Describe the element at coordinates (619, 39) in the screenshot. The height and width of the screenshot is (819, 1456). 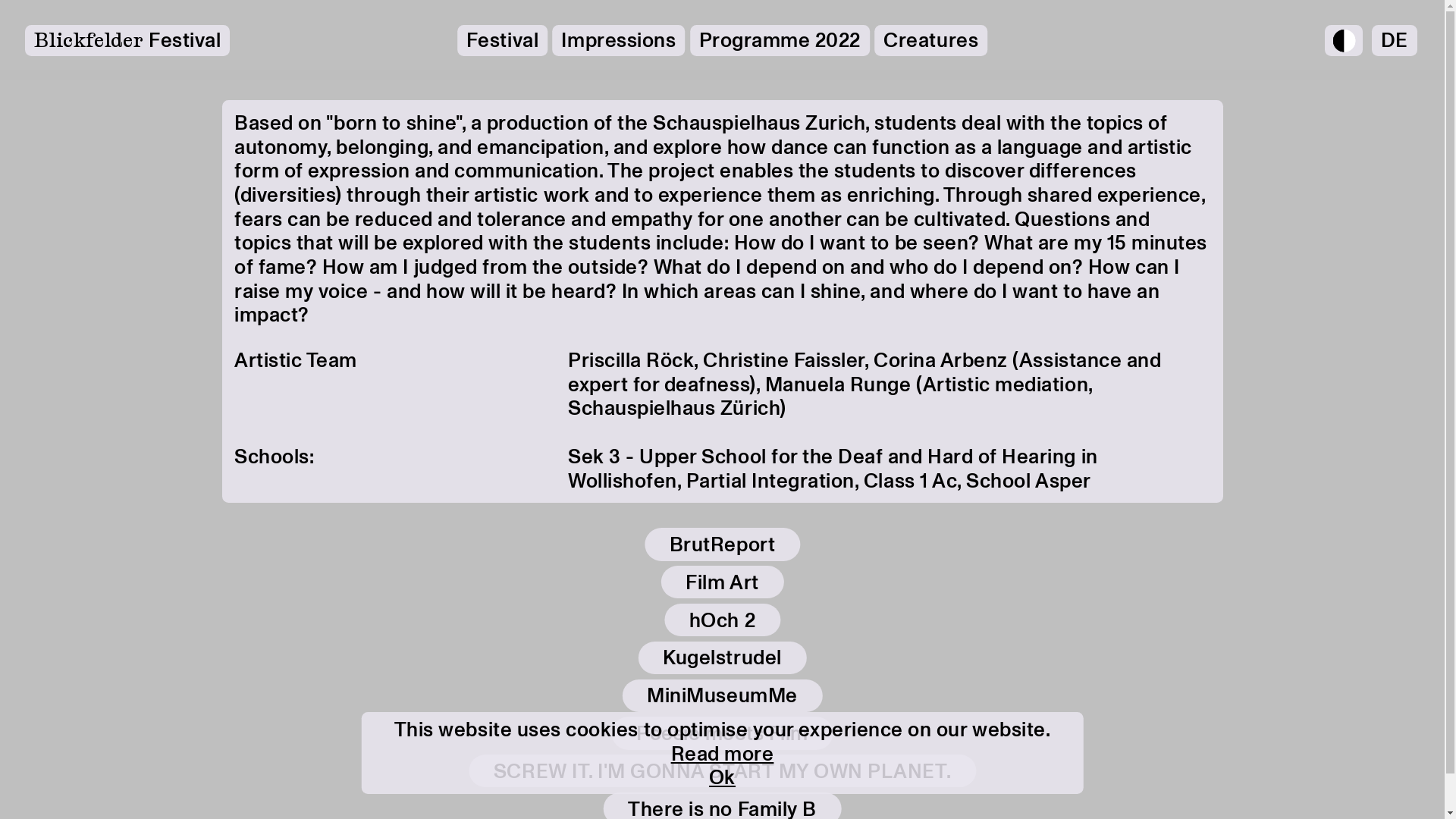
I see `'Impressions'` at that location.